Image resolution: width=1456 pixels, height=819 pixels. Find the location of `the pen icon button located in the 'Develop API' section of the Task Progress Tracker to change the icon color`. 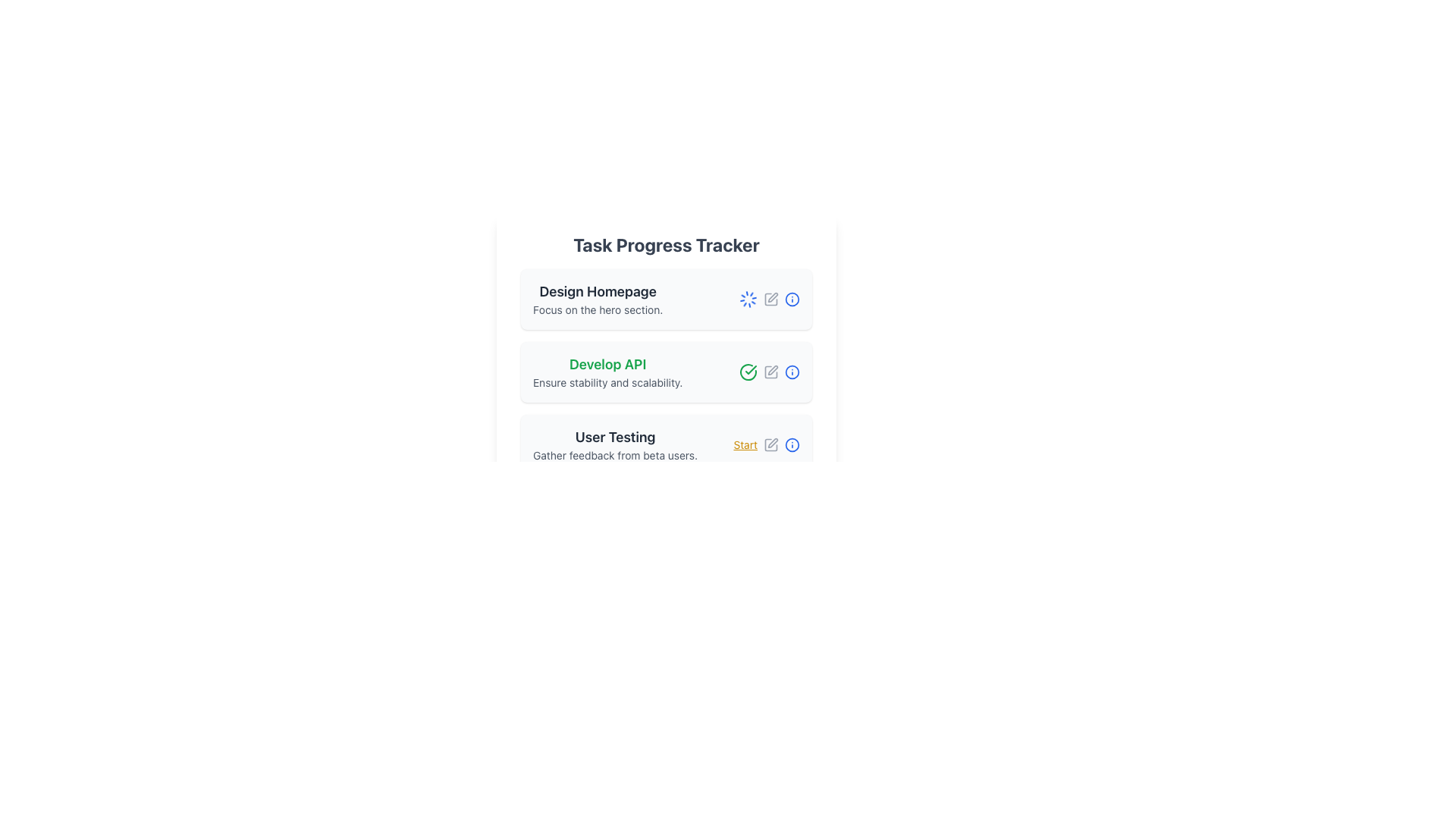

the pen icon button located in the 'Develop API' section of the Task Progress Tracker to change the icon color is located at coordinates (771, 372).